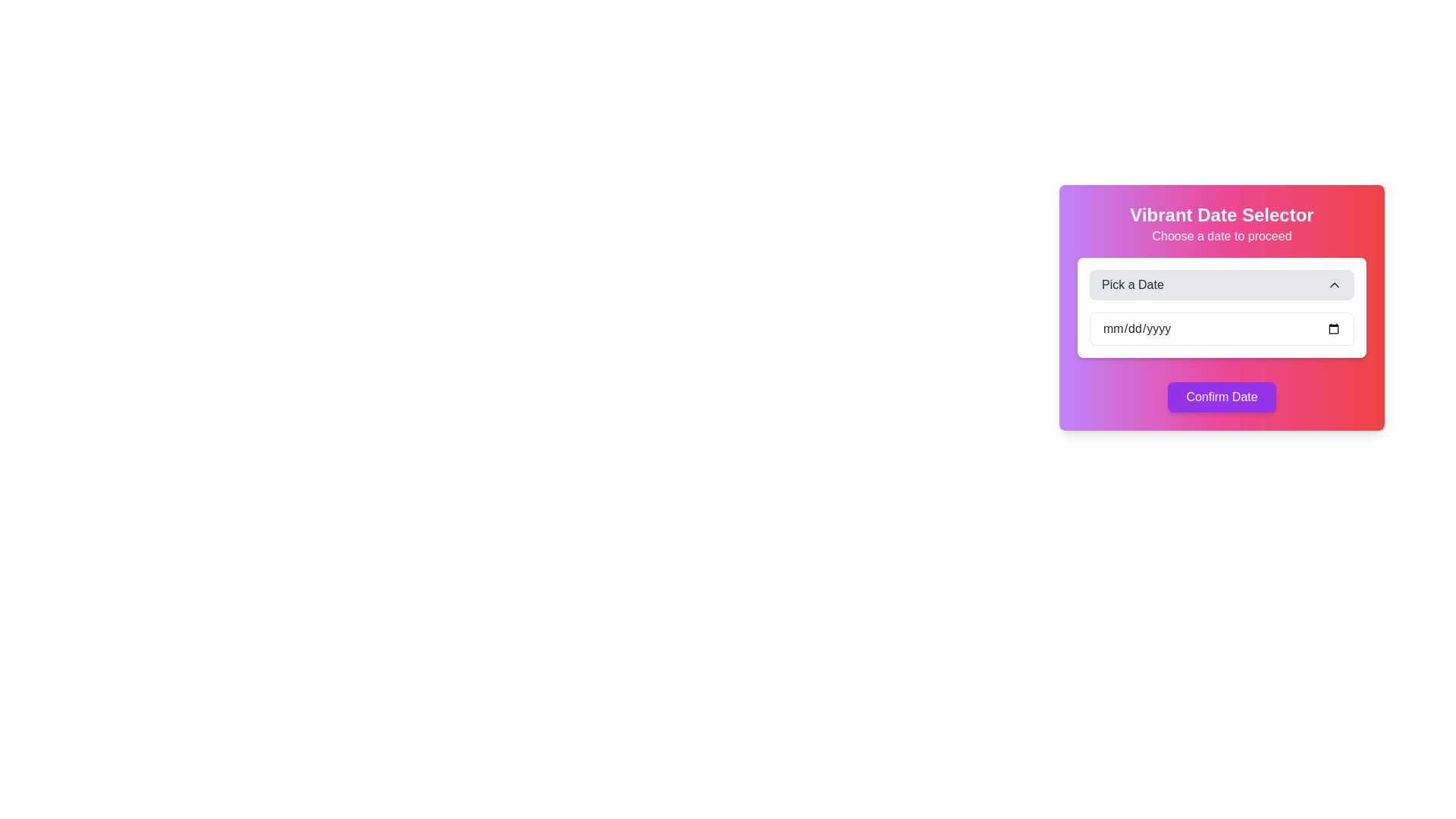  What do you see at coordinates (1222, 307) in the screenshot?
I see `the dropdown in the 'Vibrant Date Selector' component` at bounding box center [1222, 307].